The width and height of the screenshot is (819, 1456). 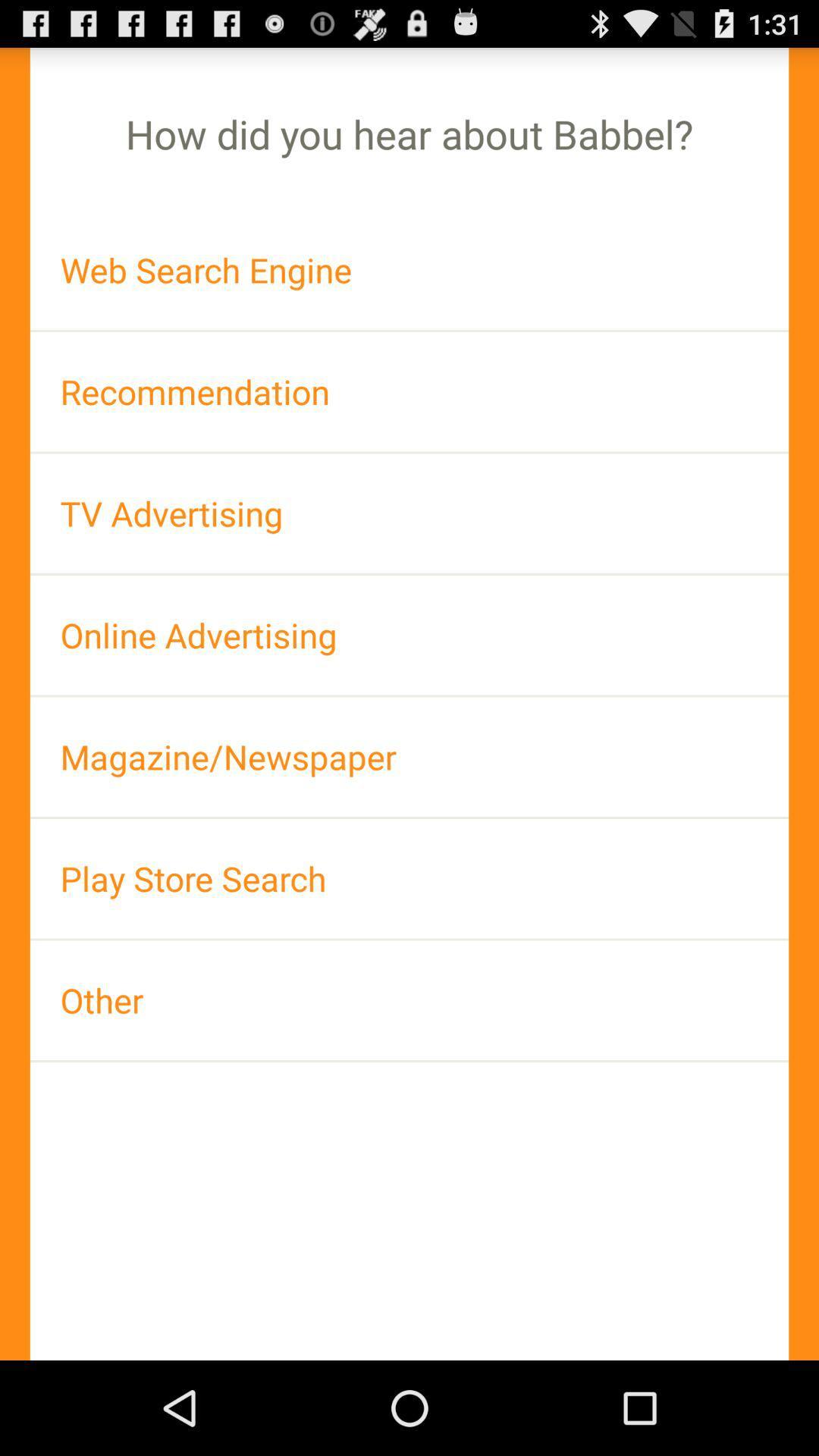 What do you see at coordinates (409, 270) in the screenshot?
I see `the item above recommendation` at bounding box center [409, 270].